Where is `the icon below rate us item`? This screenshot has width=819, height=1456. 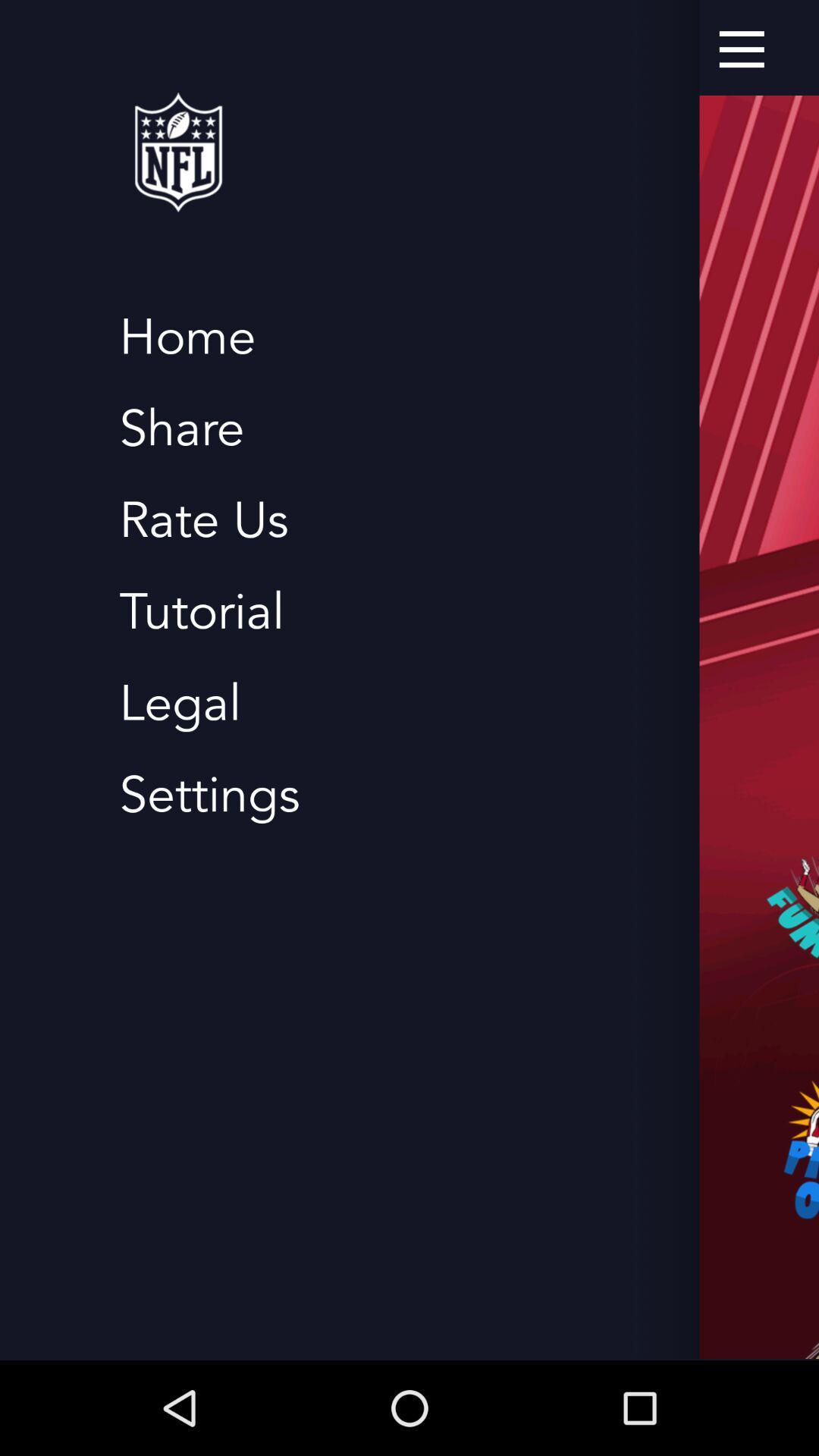 the icon below rate us item is located at coordinates (201, 612).